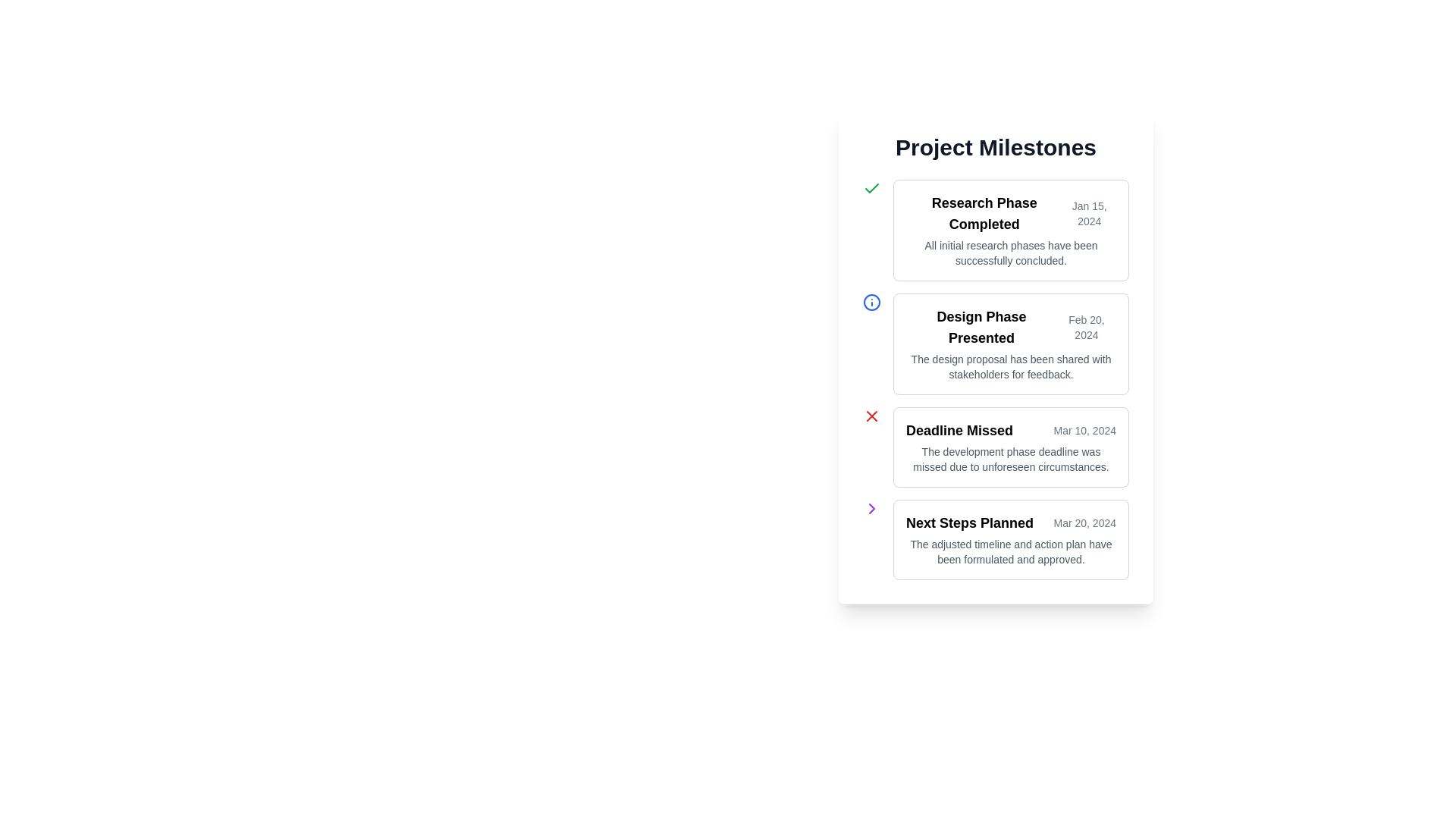 The image size is (1456, 819). What do you see at coordinates (872, 416) in the screenshot?
I see `the error indicator icon positioned to the left of the 'Deadline Missed' milestone entry` at bounding box center [872, 416].